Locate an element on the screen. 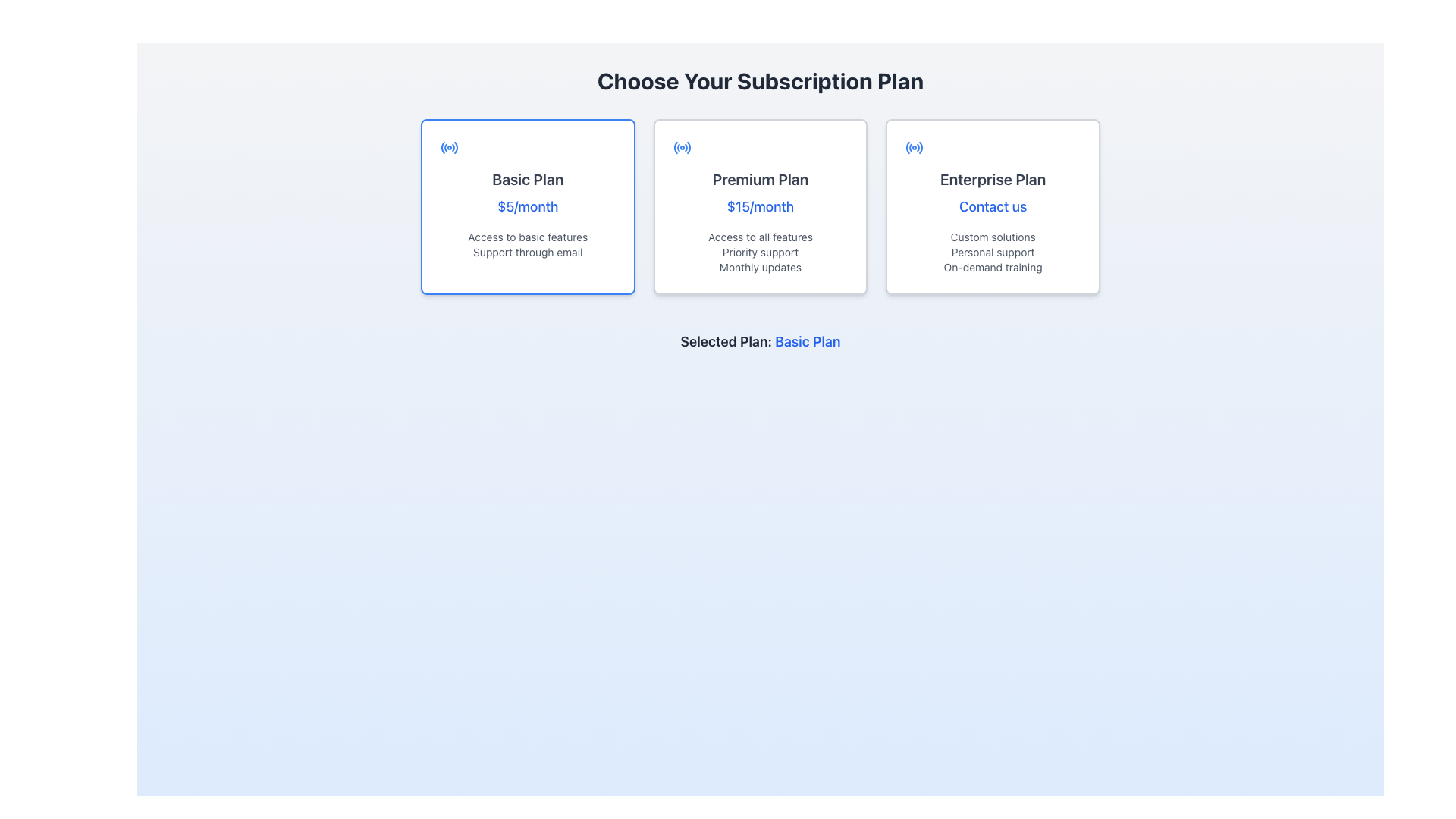  text block located below the '$15/month' pricing text in the 'Premium Plan' section, which contains the lines: 'Access to all features,' 'Priority support,' and 'Monthly updates.' is located at coordinates (761, 251).